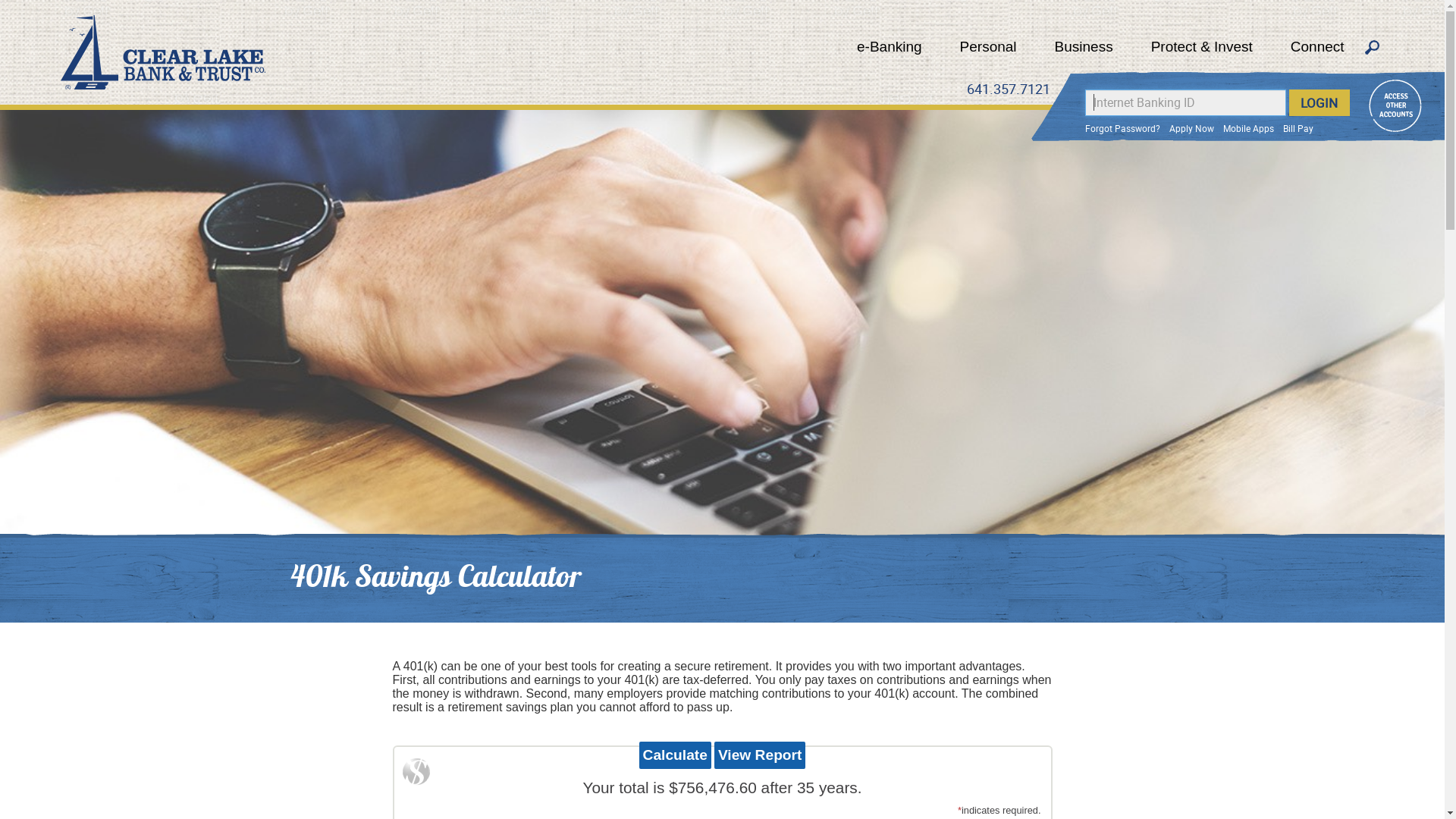 The width and height of the screenshot is (1456, 819). What do you see at coordinates (1372, 48) in the screenshot?
I see `'Search'` at bounding box center [1372, 48].